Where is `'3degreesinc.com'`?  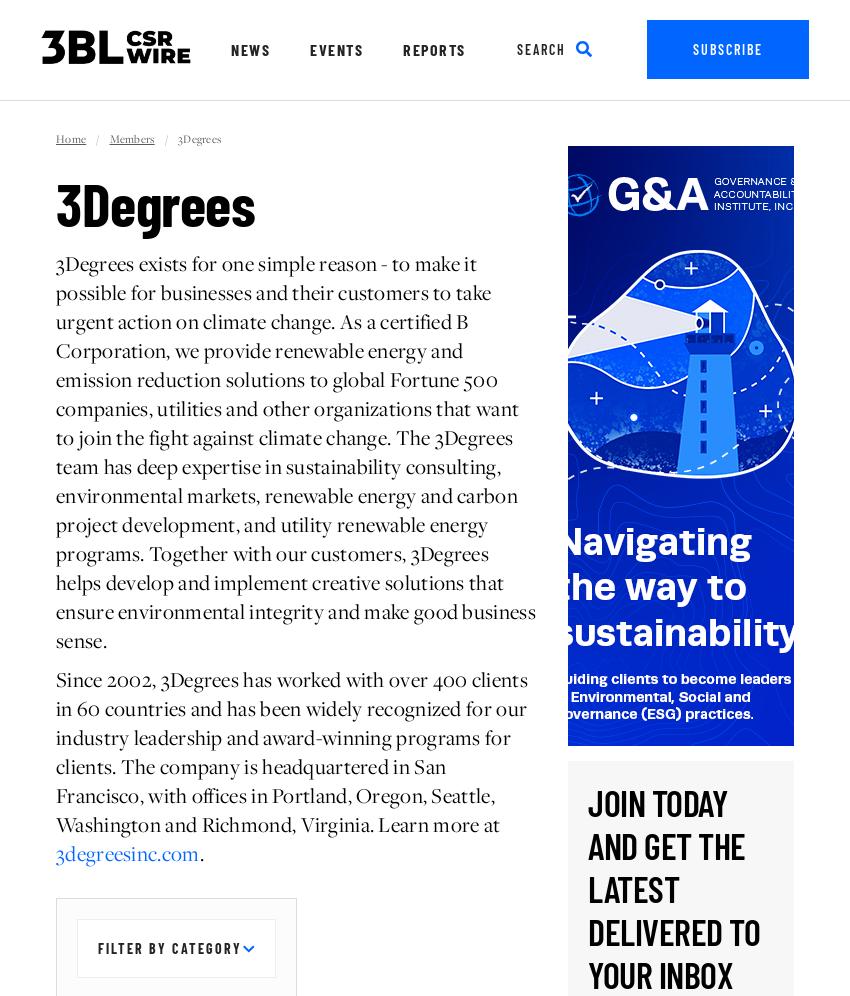 '3degreesinc.com' is located at coordinates (126, 853).